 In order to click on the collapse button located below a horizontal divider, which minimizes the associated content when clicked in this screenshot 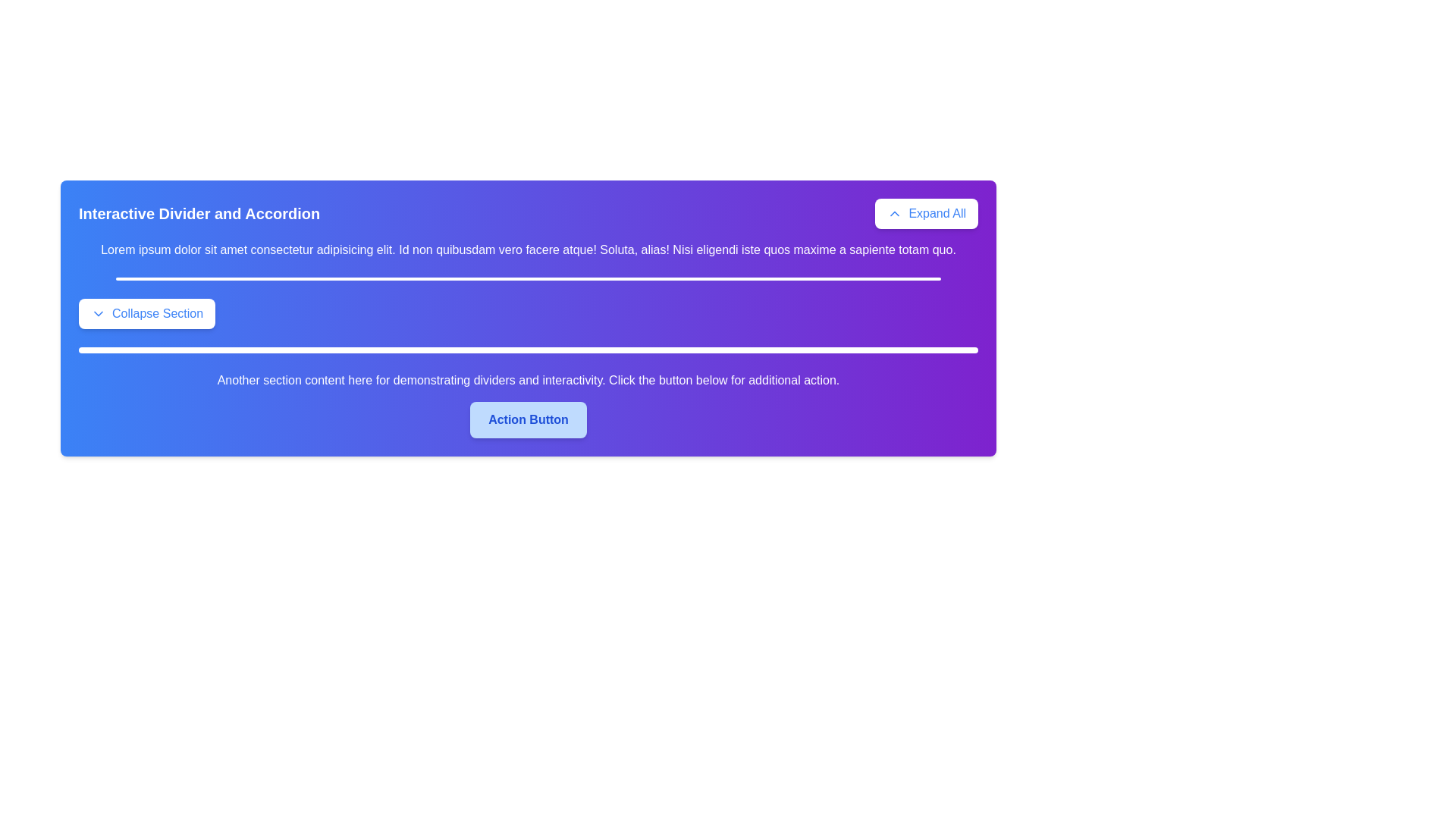, I will do `click(147, 312)`.